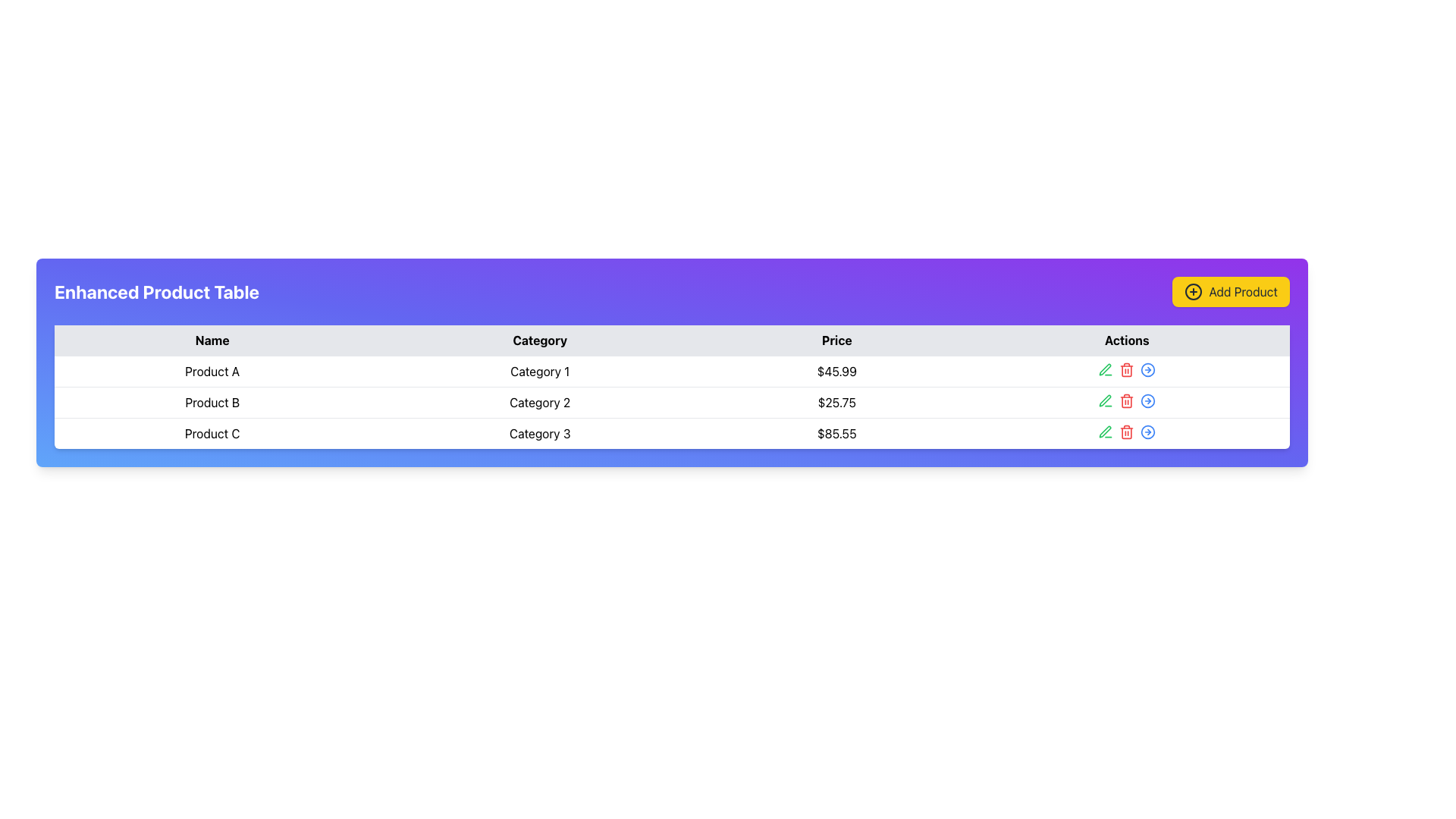  Describe the element at coordinates (1127, 432) in the screenshot. I see `the red trash icon in the 'Actions' column of the table` at that location.